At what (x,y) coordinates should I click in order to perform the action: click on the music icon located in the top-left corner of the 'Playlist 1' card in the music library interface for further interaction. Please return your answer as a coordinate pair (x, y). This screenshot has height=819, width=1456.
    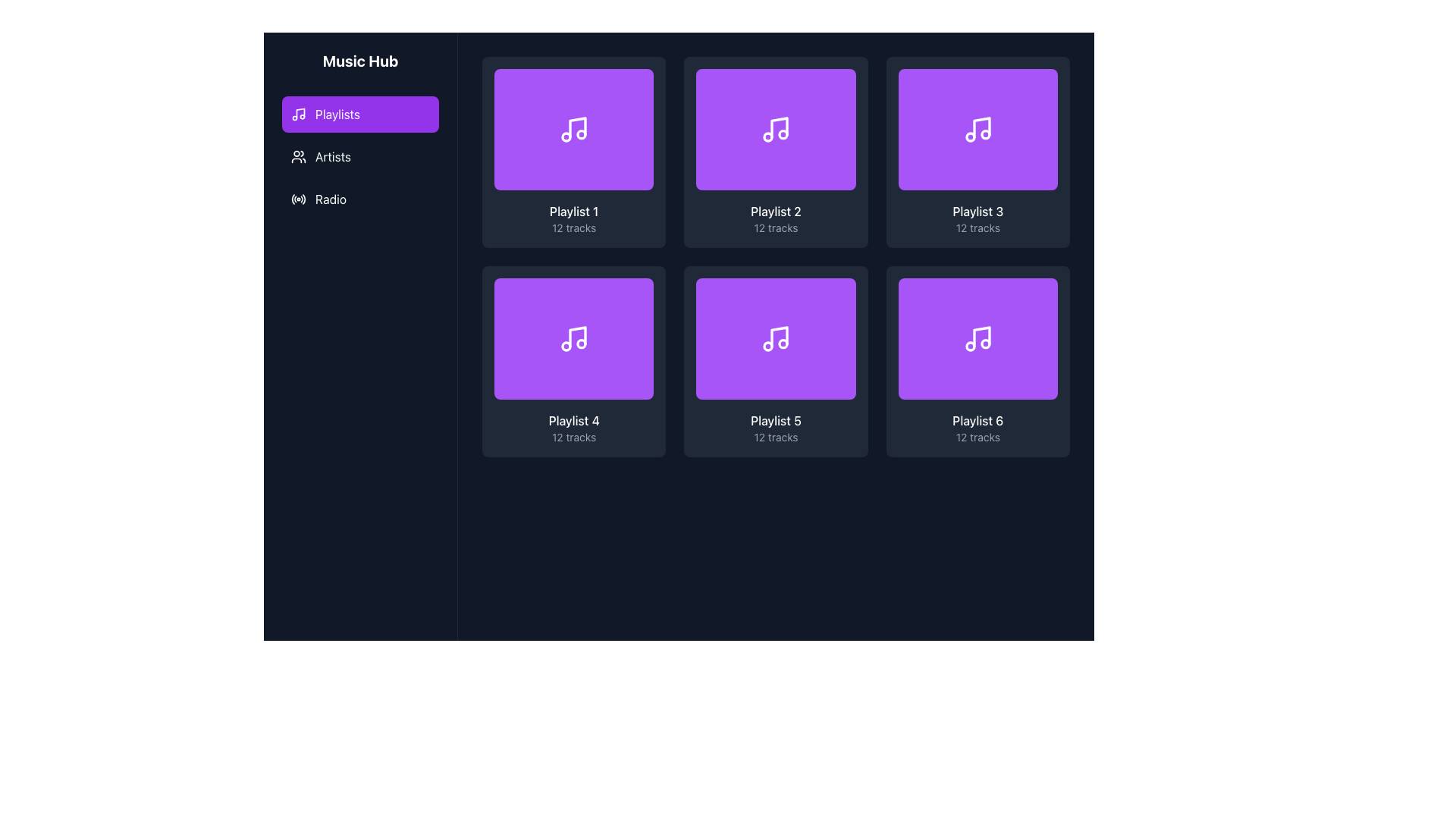
    Looking at the image, I should click on (573, 128).